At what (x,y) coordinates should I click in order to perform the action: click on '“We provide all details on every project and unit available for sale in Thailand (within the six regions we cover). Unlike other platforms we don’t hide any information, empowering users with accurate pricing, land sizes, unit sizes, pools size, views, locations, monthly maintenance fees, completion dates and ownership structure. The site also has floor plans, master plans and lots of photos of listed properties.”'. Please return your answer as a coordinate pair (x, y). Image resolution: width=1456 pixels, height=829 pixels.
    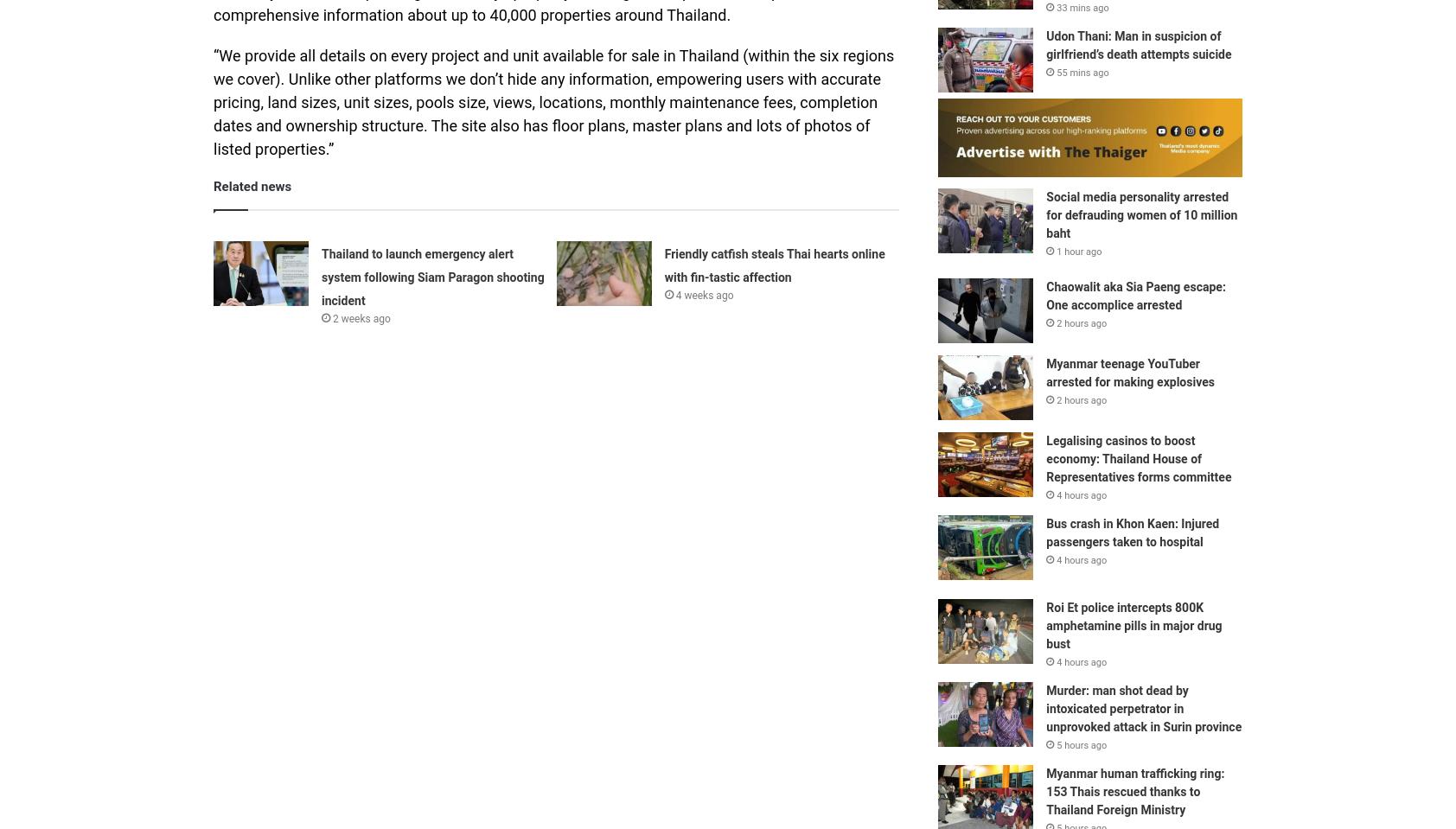
    Looking at the image, I should click on (553, 101).